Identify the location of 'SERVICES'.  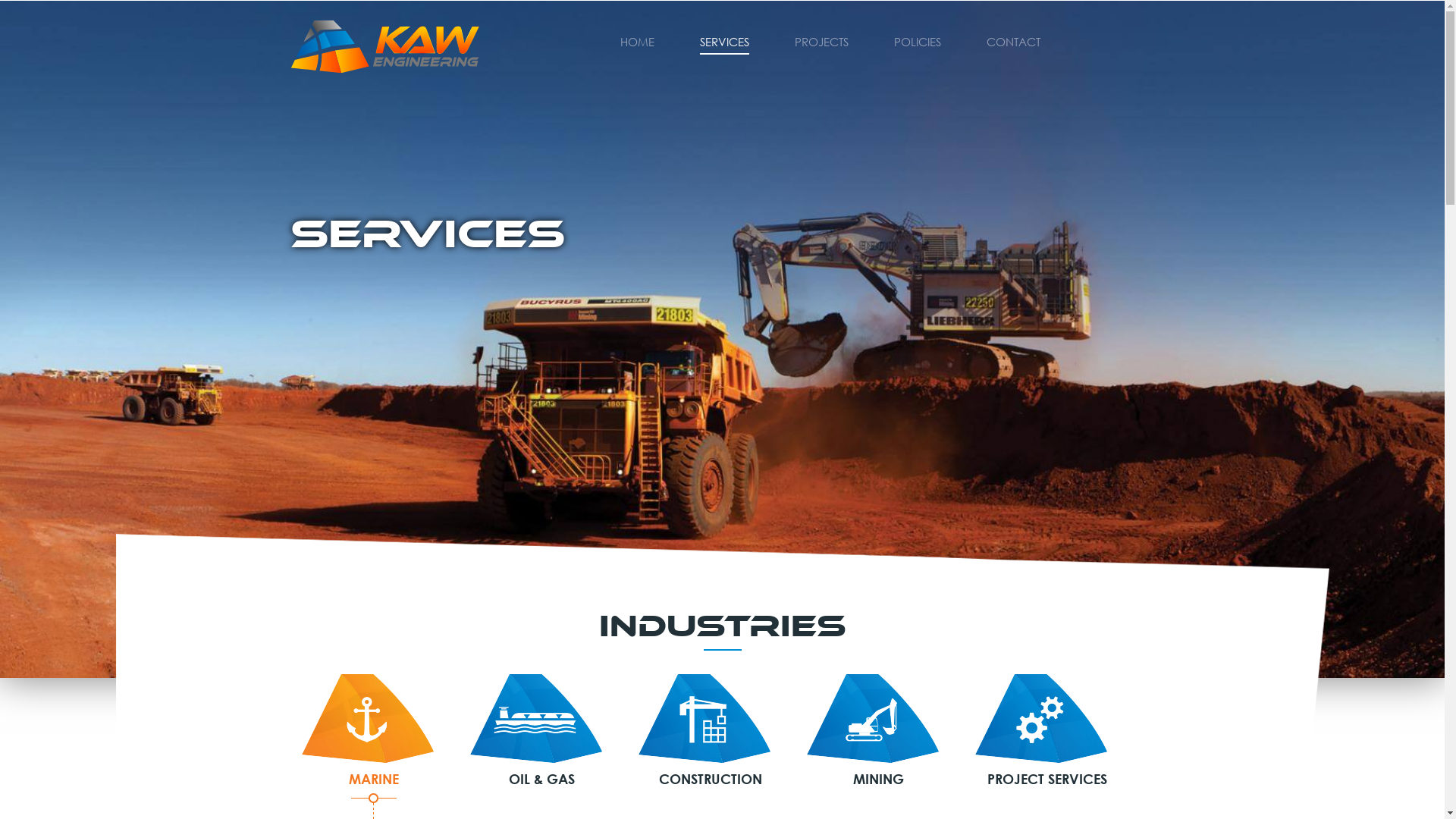
(723, 39).